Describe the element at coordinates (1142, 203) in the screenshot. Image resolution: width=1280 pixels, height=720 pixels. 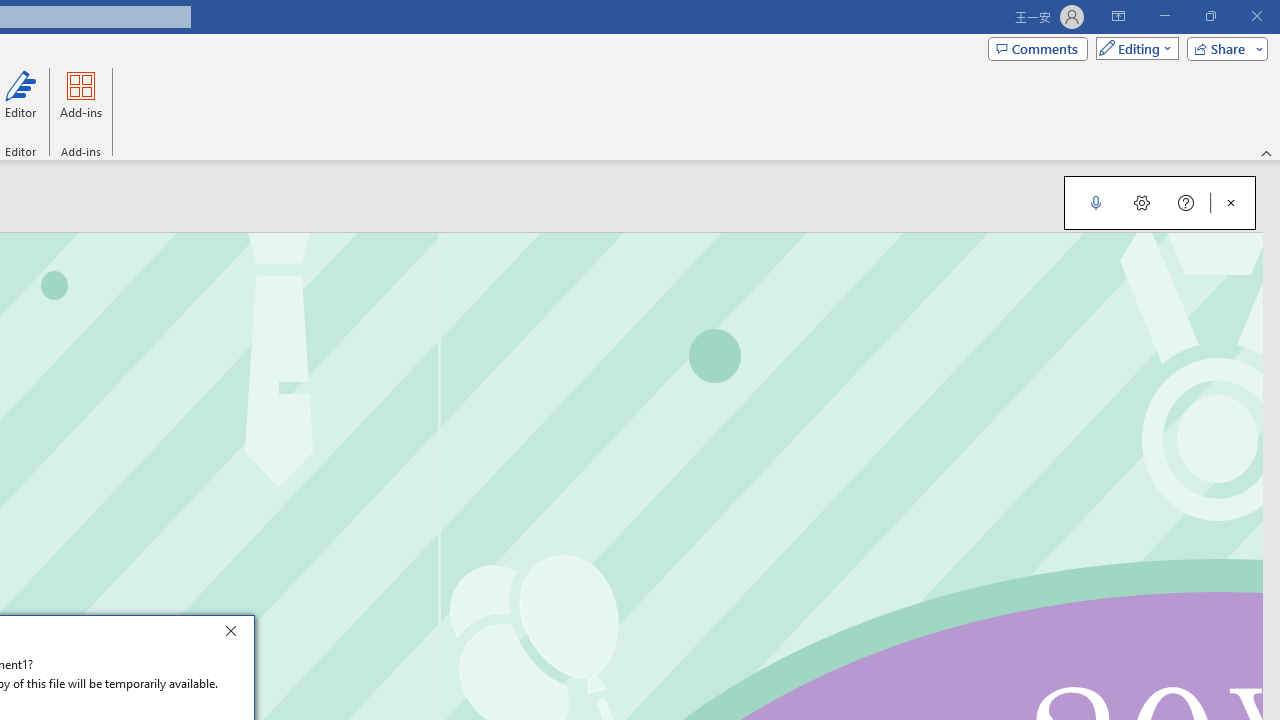
I see `'Dictation Settings'` at that location.